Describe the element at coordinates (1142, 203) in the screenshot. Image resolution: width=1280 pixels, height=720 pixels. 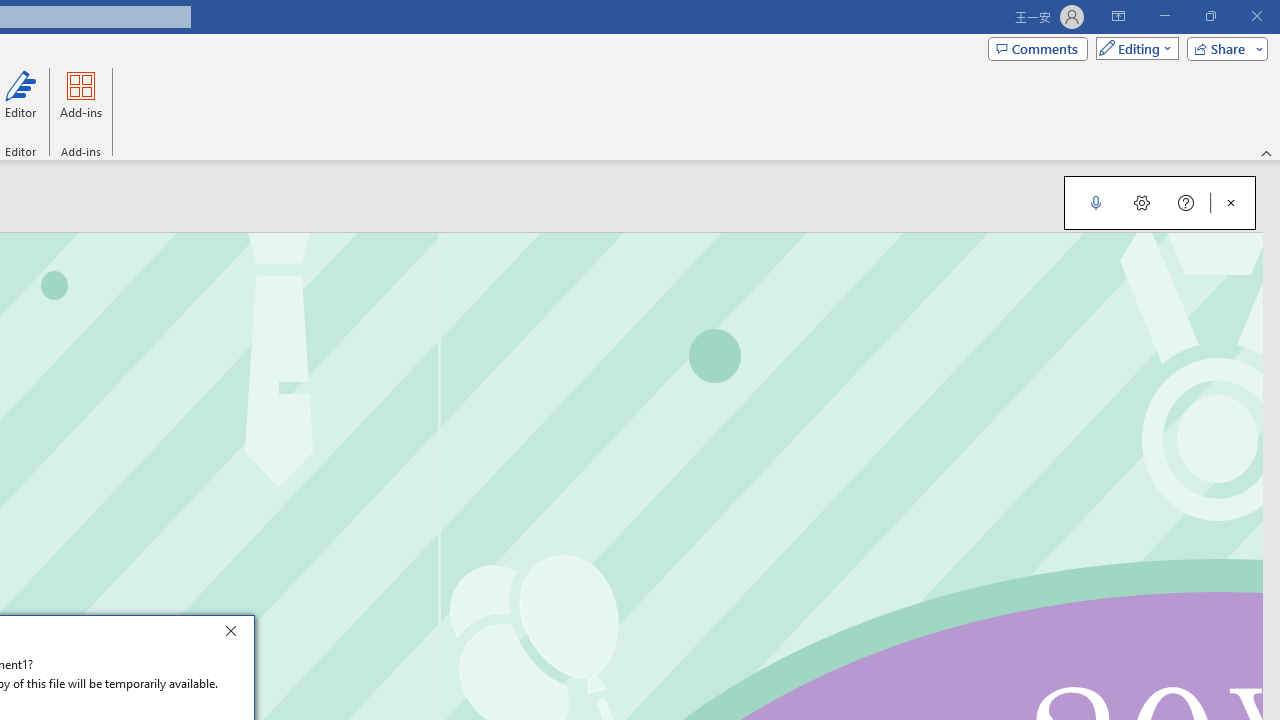
I see `'Dictation Settings'` at that location.